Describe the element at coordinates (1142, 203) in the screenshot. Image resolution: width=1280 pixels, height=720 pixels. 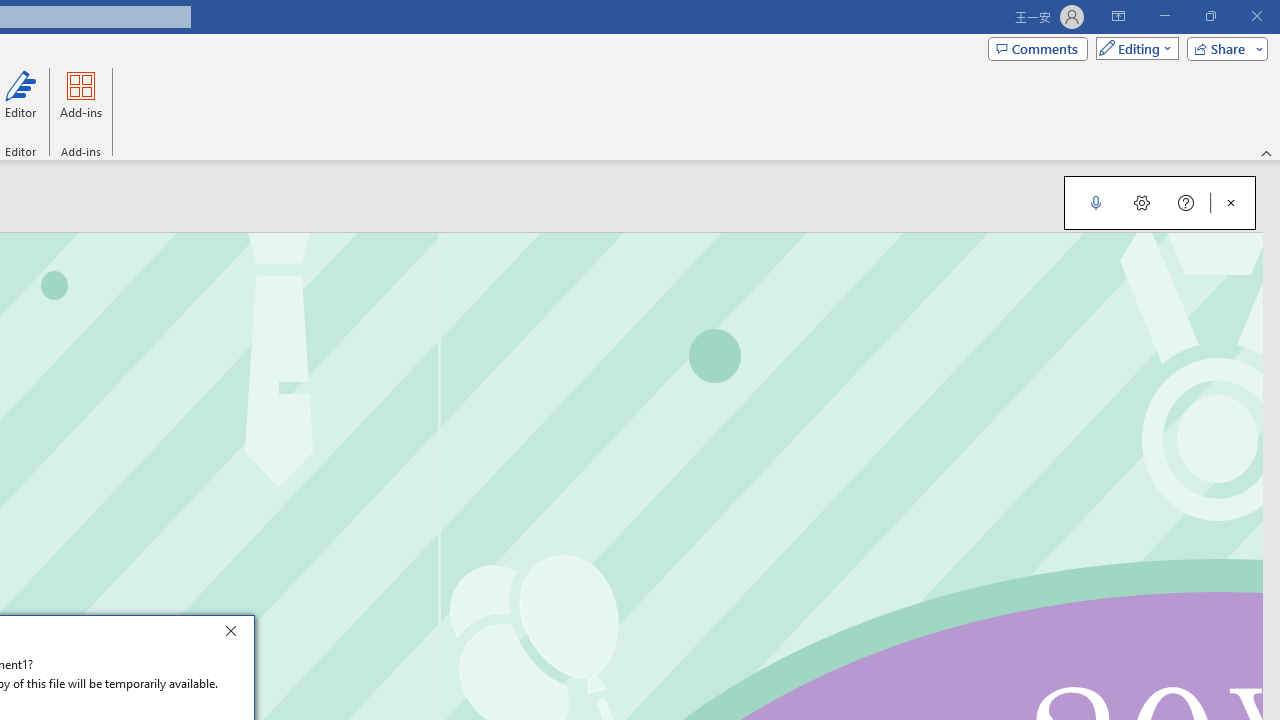
I see `'Dictation Settings'` at that location.